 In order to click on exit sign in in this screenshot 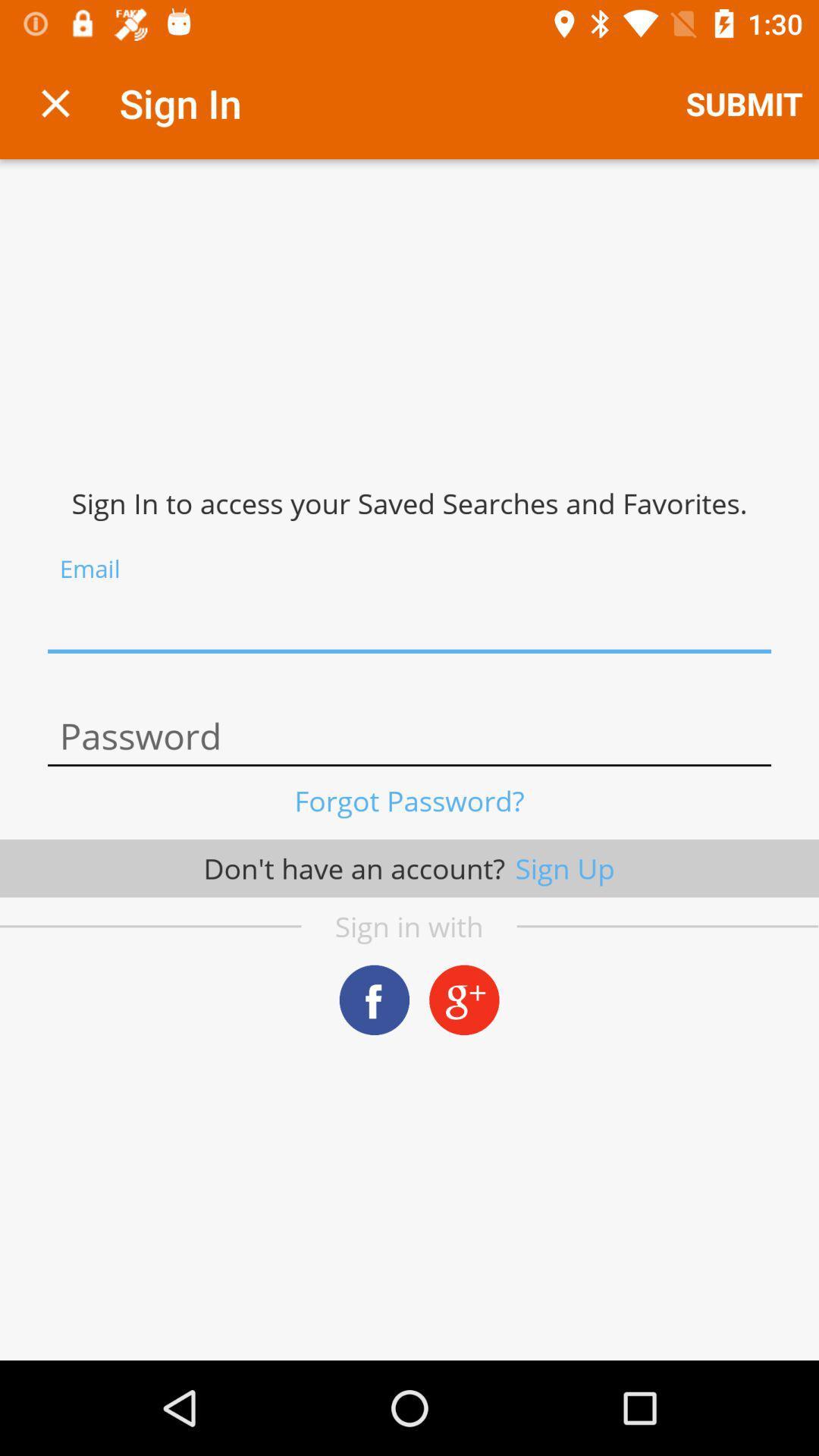, I will do `click(55, 102)`.